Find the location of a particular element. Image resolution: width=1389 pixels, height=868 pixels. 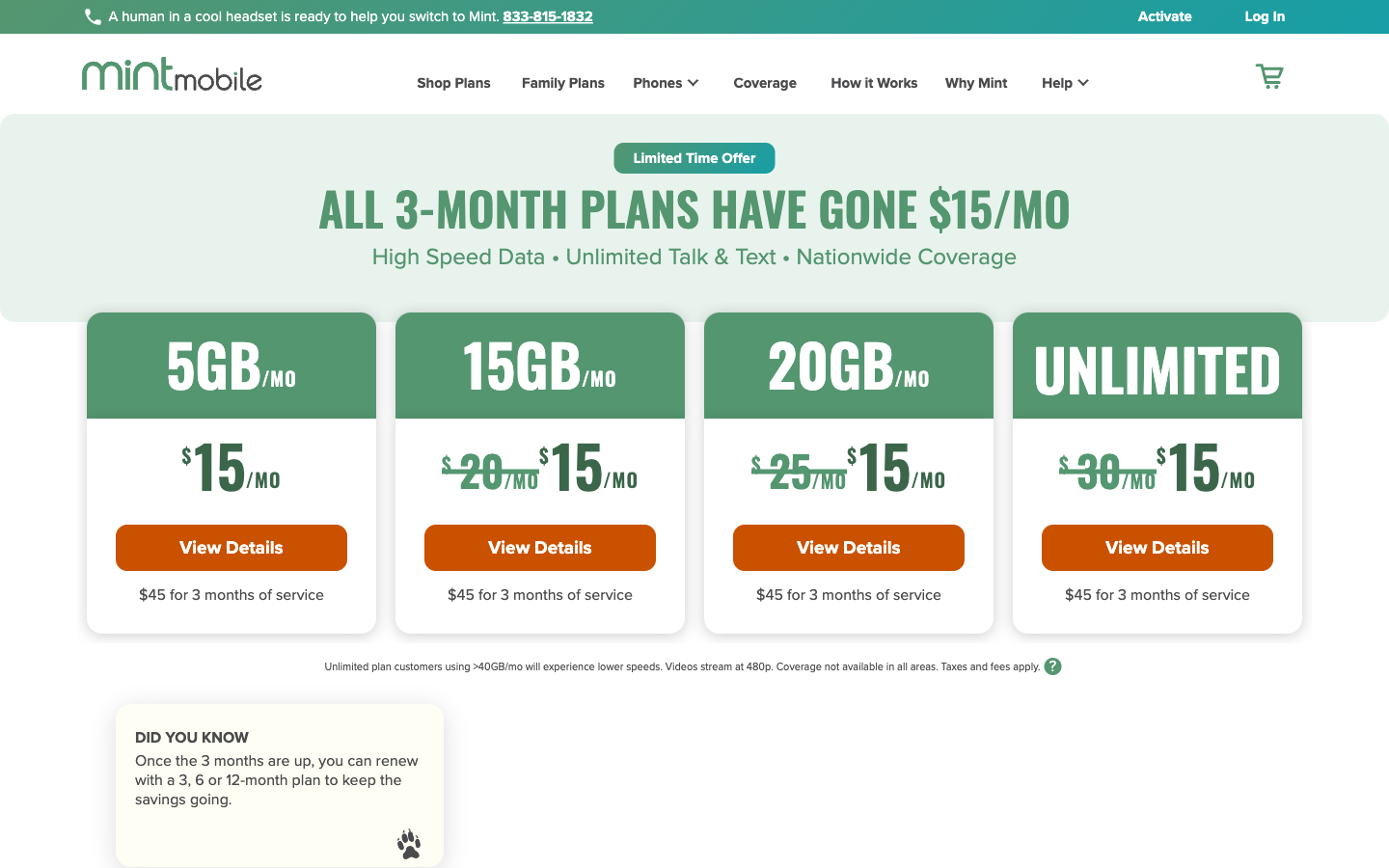

View Login Page is located at coordinates (1253, 15).